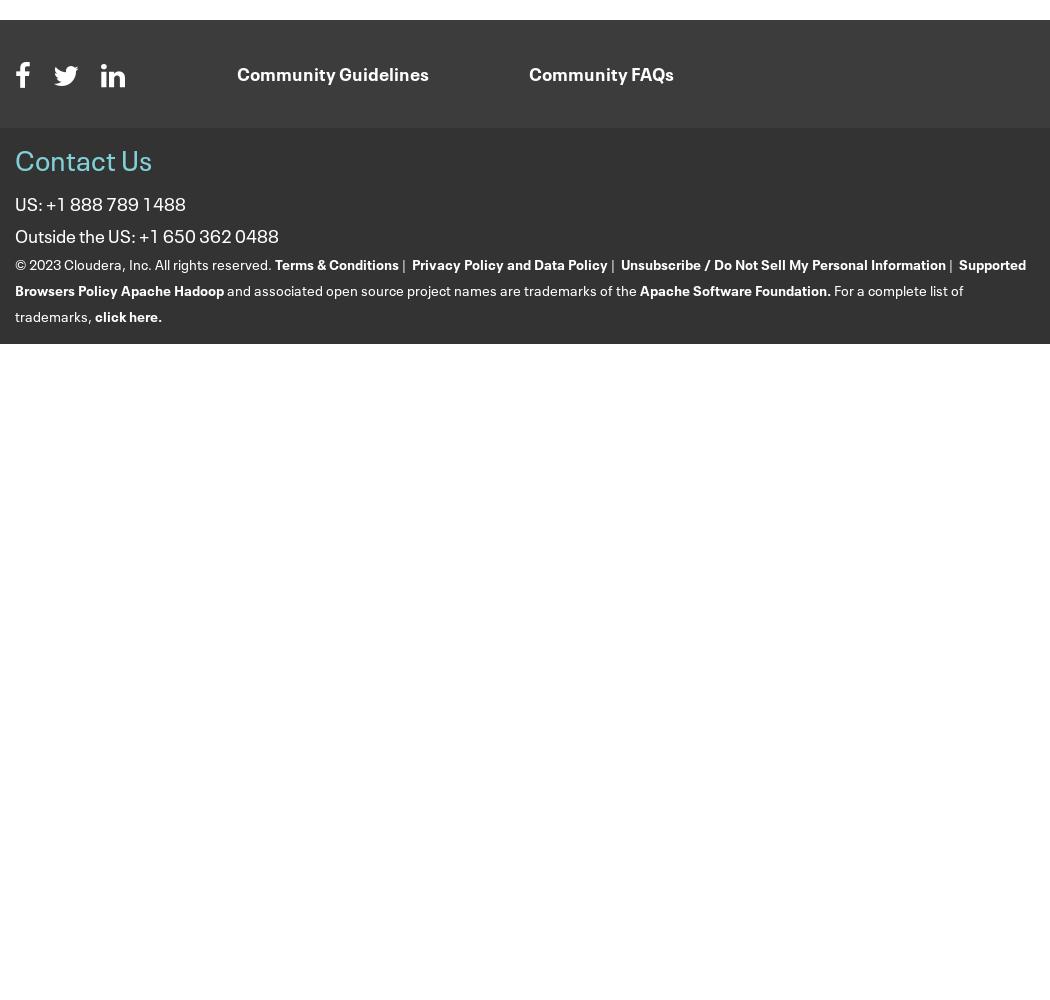 Image resolution: width=1050 pixels, height=1000 pixels. What do you see at coordinates (337, 262) in the screenshot?
I see `'Terms & Conditions'` at bounding box center [337, 262].